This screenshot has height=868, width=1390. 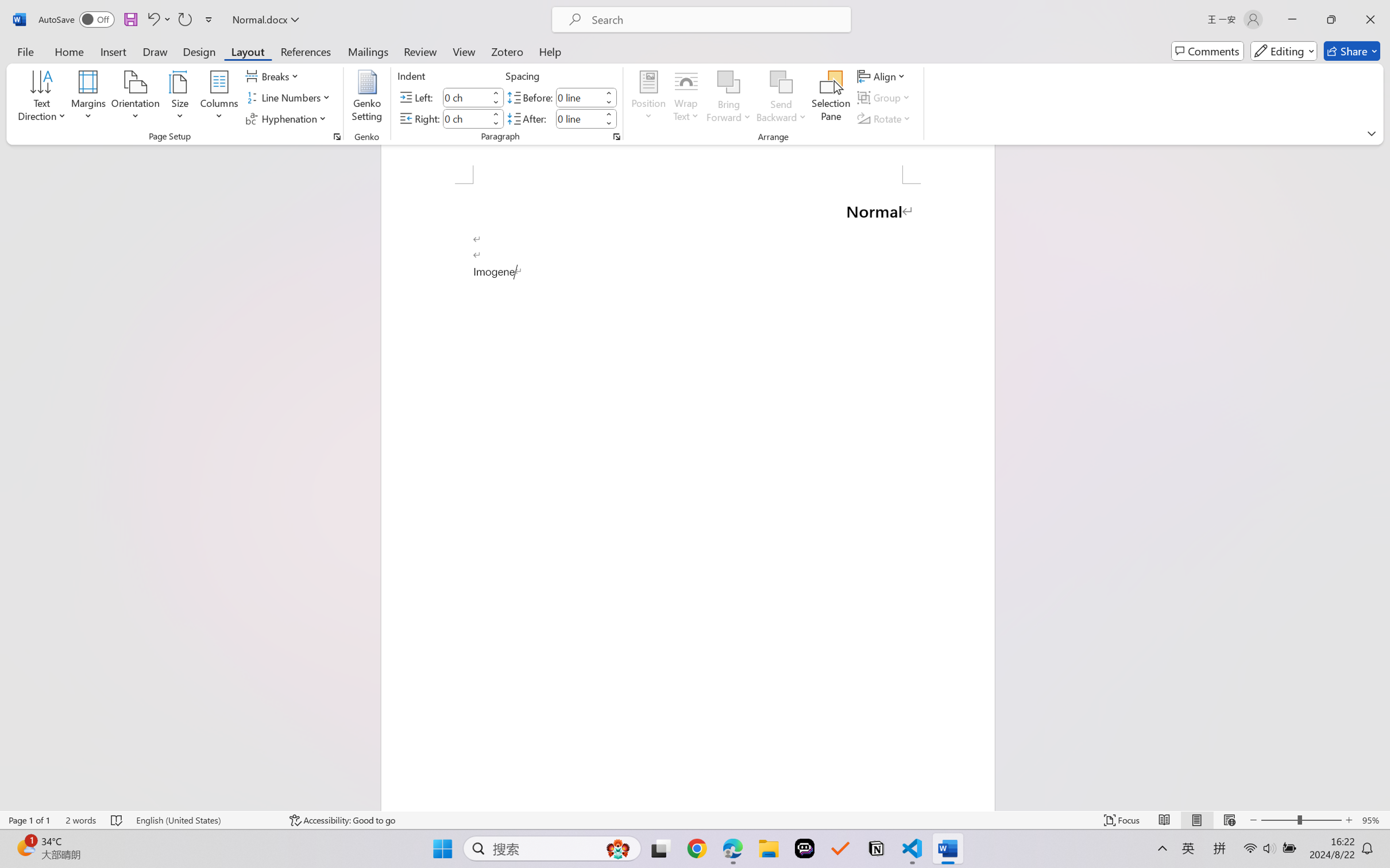 I want to click on 'Size', so click(x=180, y=98).